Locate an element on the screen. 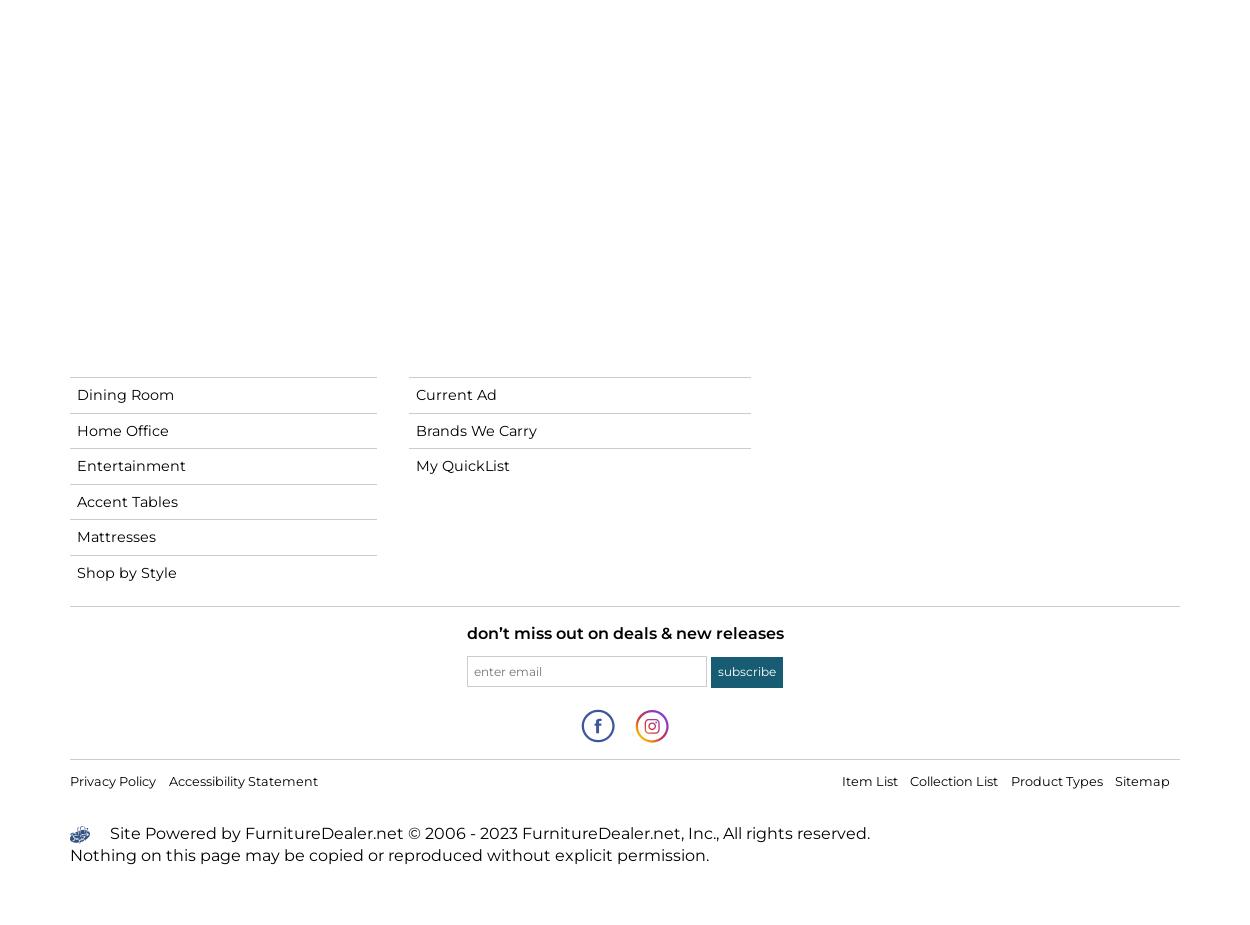 This screenshot has width=1250, height=925. 'Current Ad' is located at coordinates (455, 393).